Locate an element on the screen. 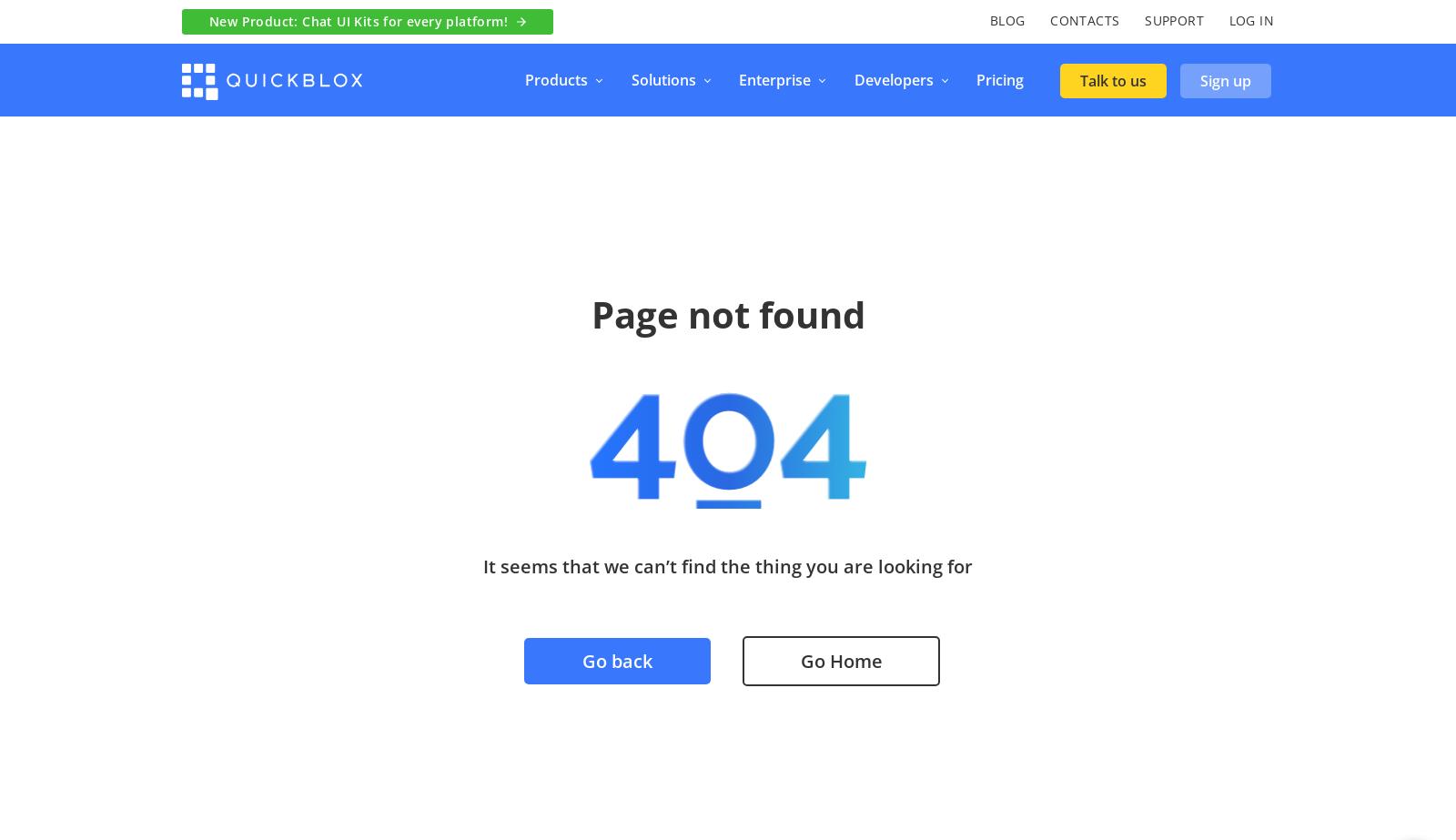  'Go back' is located at coordinates (617, 659).